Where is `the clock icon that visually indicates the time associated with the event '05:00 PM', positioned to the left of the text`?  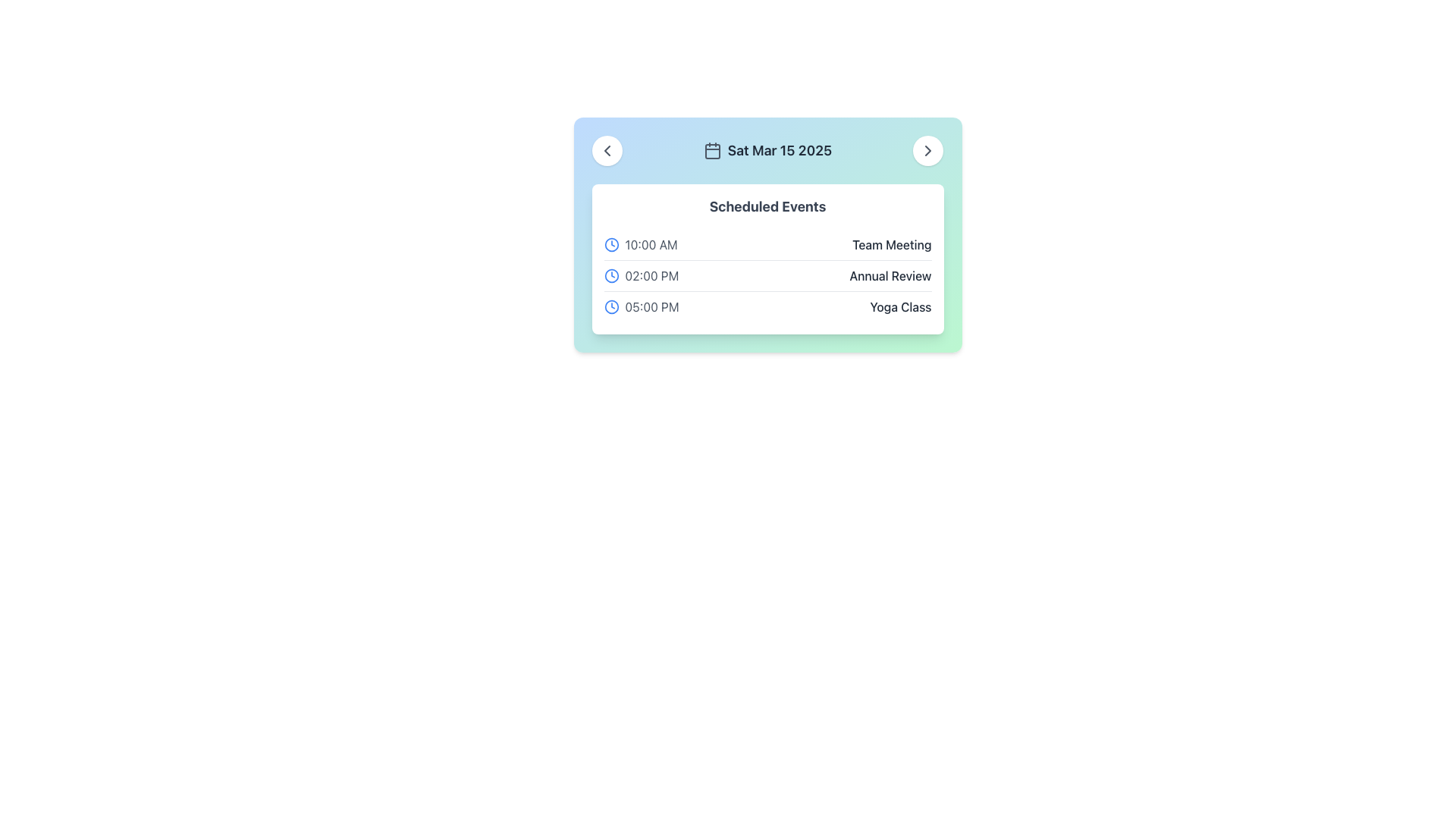
the clock icon that visually indicates the time associated with the event '05:00 PM', positioned to the left of the text is located at coordinates (611, 307).